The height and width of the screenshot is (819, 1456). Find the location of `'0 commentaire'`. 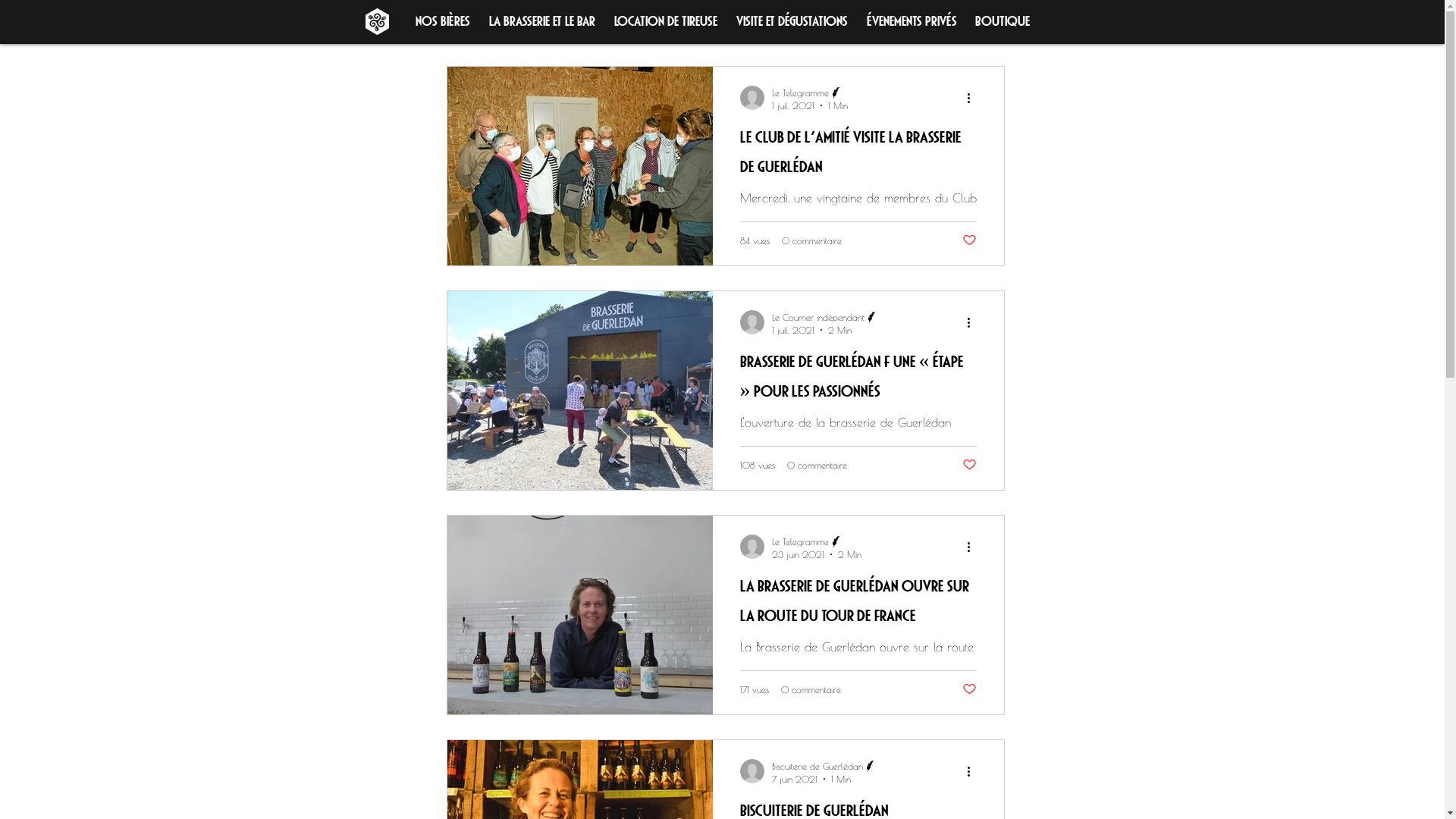

'0 commentaire' is located at coordinates (810, 689).